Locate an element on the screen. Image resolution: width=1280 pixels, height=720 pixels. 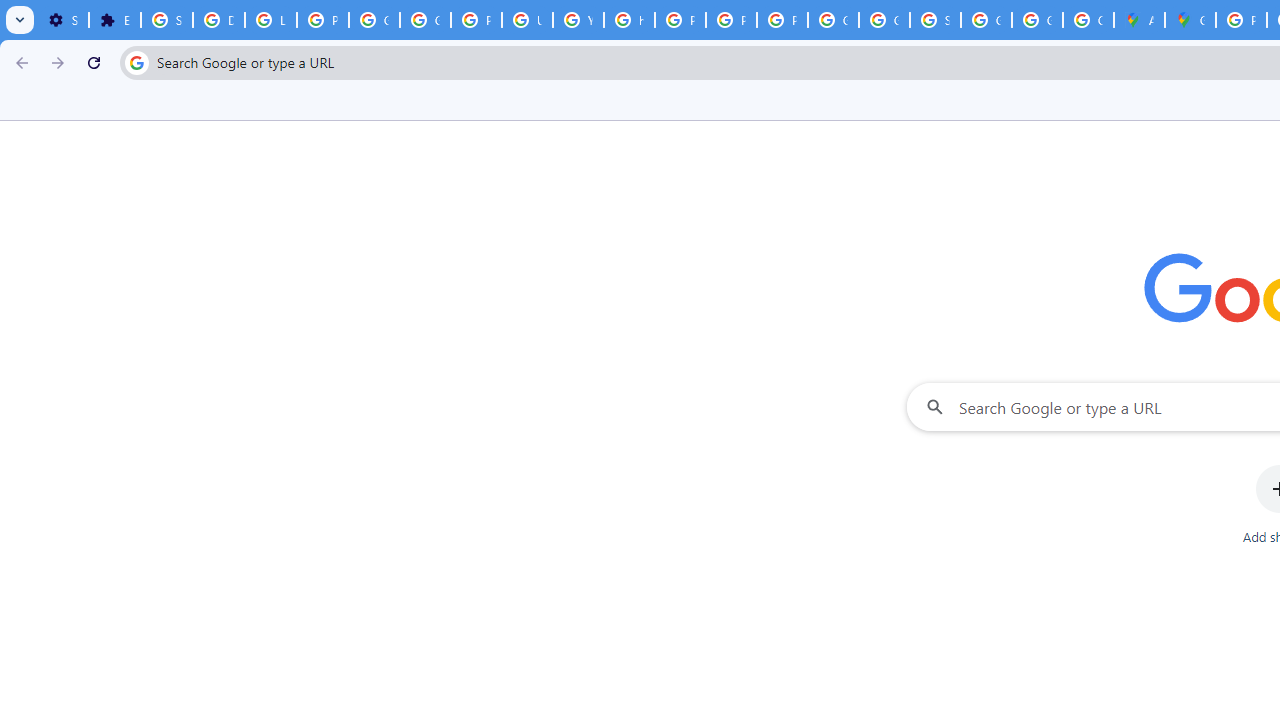
'Settings - On startup' is located at coordinates (63, 20).